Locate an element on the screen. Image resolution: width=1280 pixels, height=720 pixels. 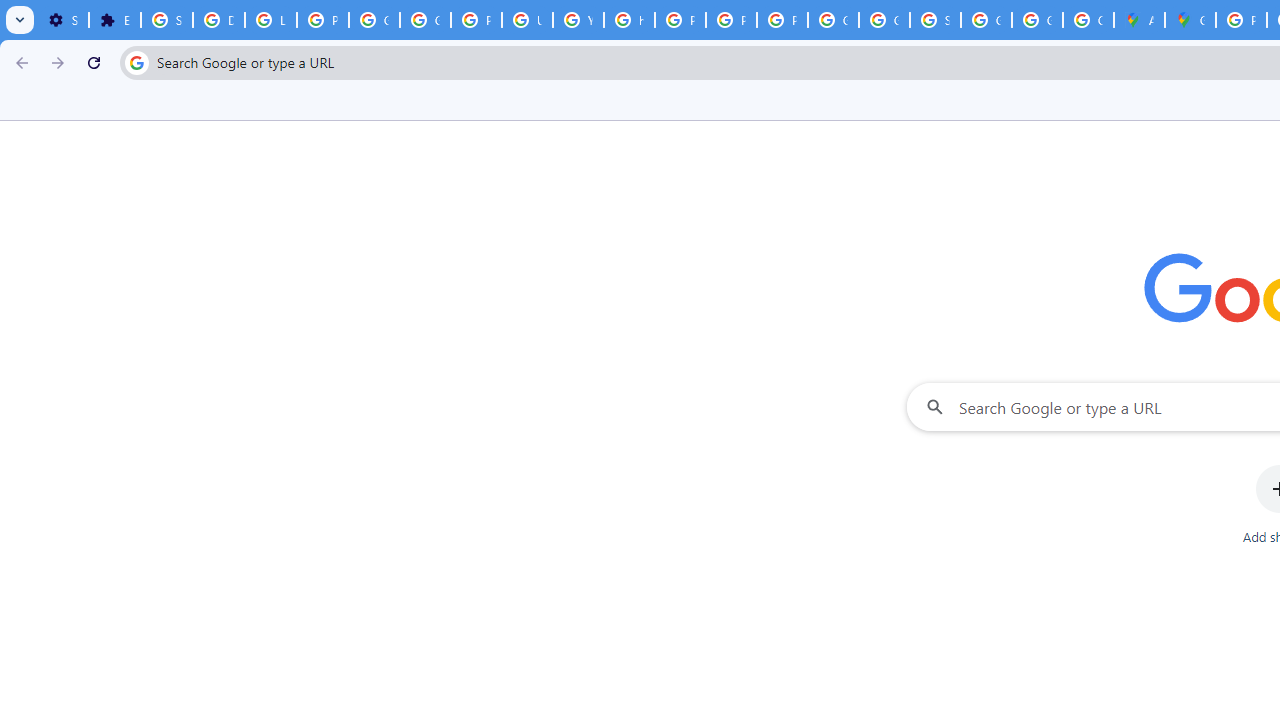
'Settings - On startup' is located at coordinates (63, 20).